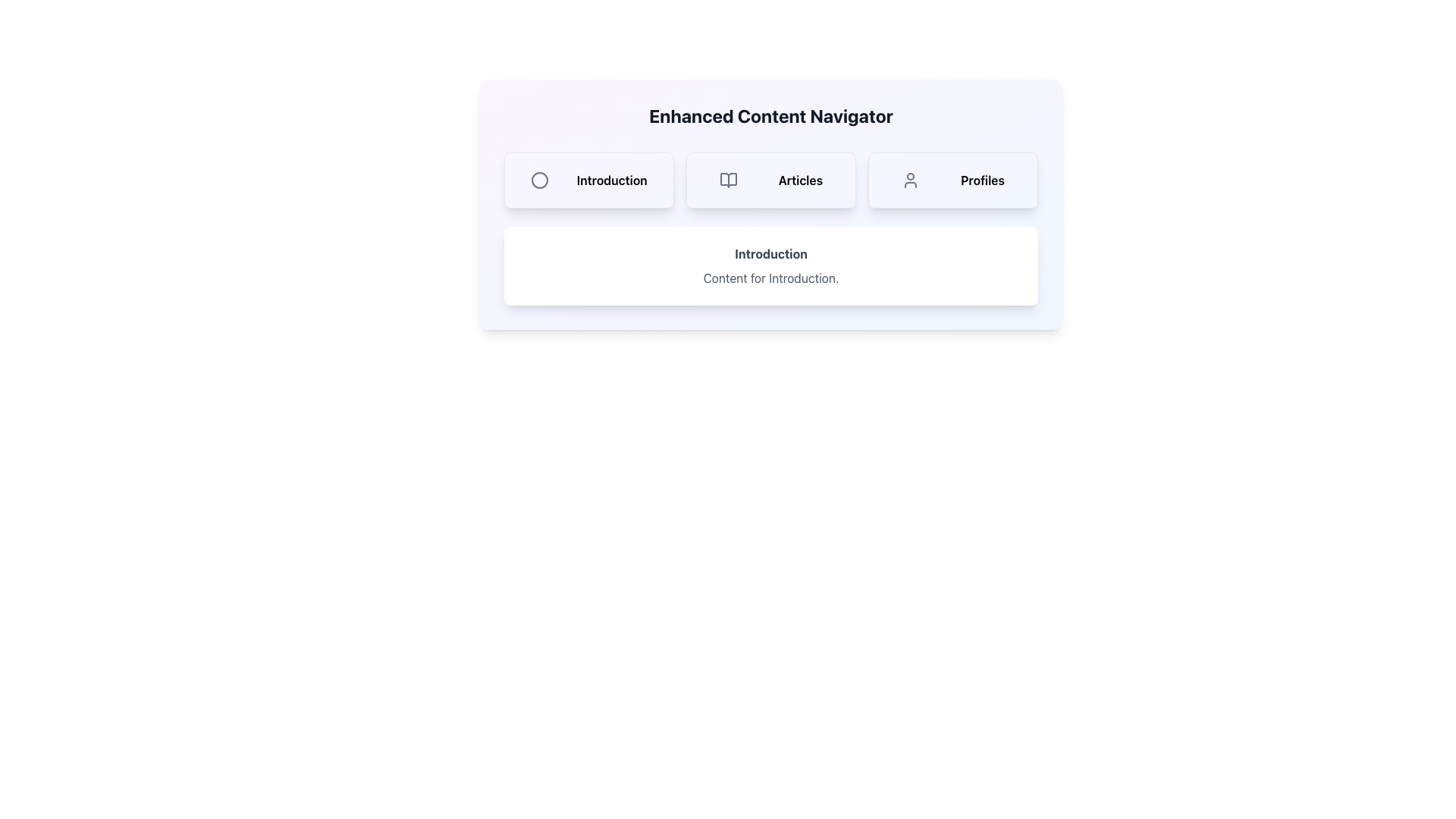  What do you see at coordinates (728, 180) in the screenshot?
I see `the 'Articles' icon located in the navigation bar` at bounding box center [728, 180].